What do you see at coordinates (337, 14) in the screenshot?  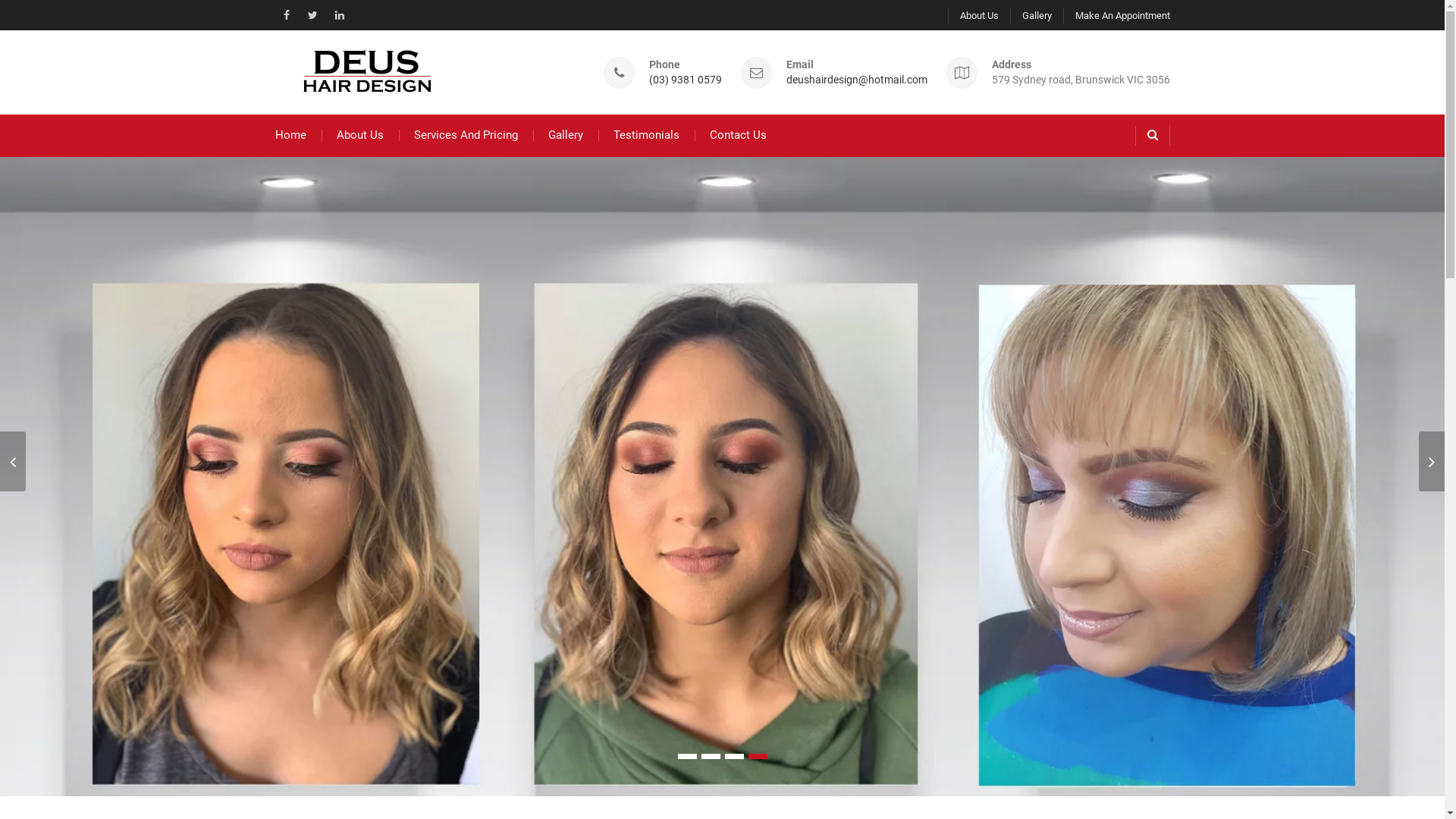 I see `'Linkedin'` at bounding box center [337, 14].